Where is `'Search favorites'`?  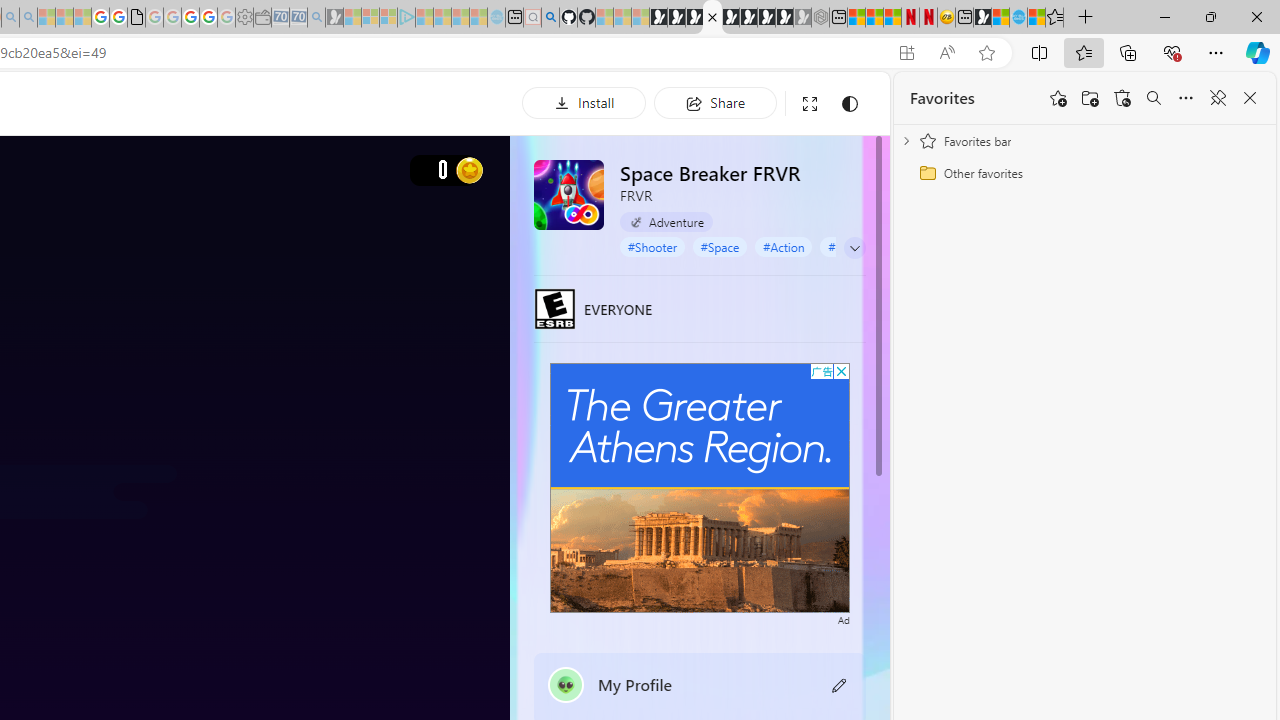
'Search favorites' is located at coordinates (1153, 98).